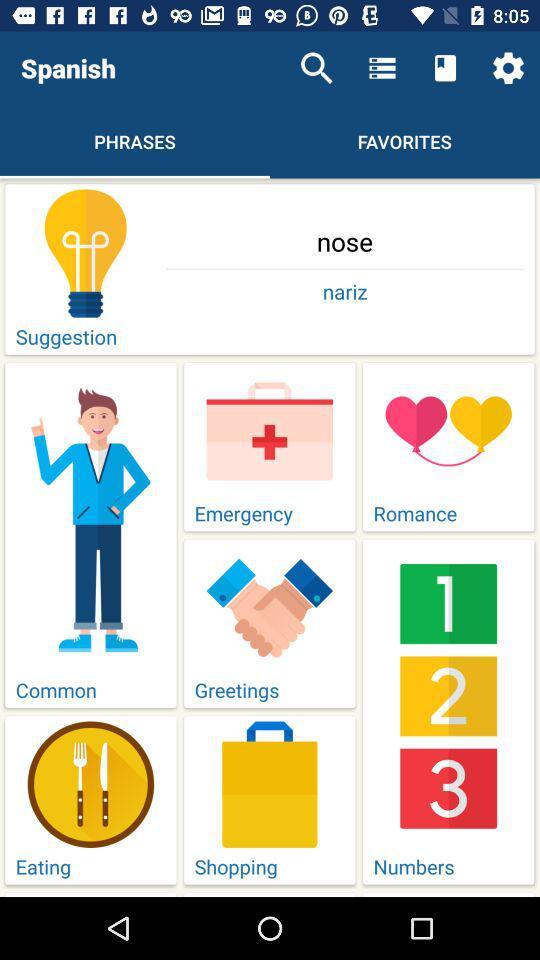  Describe the element at coordinates (316, 68) in the screenshot. I see `the item next to the spanish icon` at that location.